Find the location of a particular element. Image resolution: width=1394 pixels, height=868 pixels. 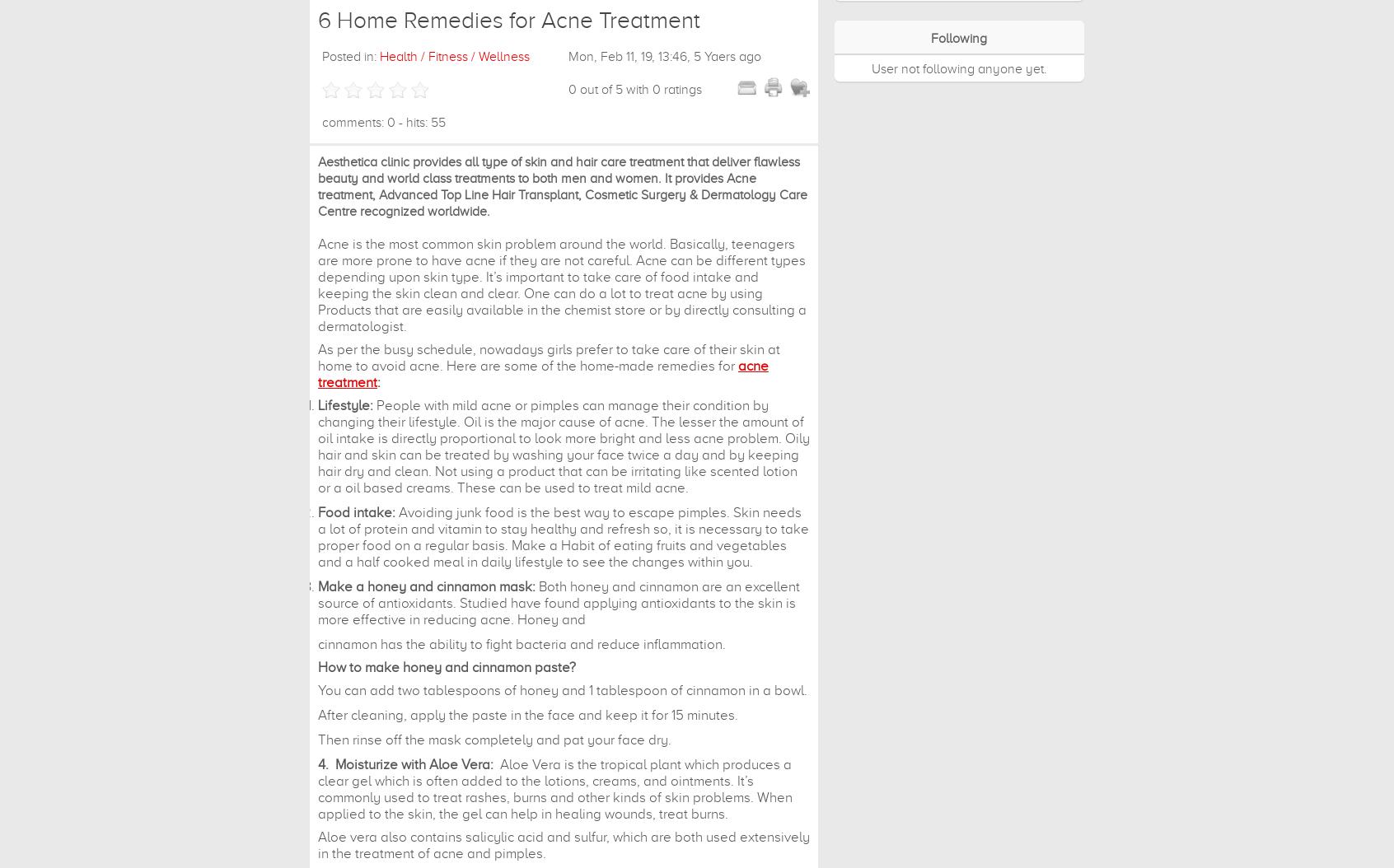

'cinnamon has the ability to fight bacteria and reduce inflammation.' is located at coordinates (521, 644).